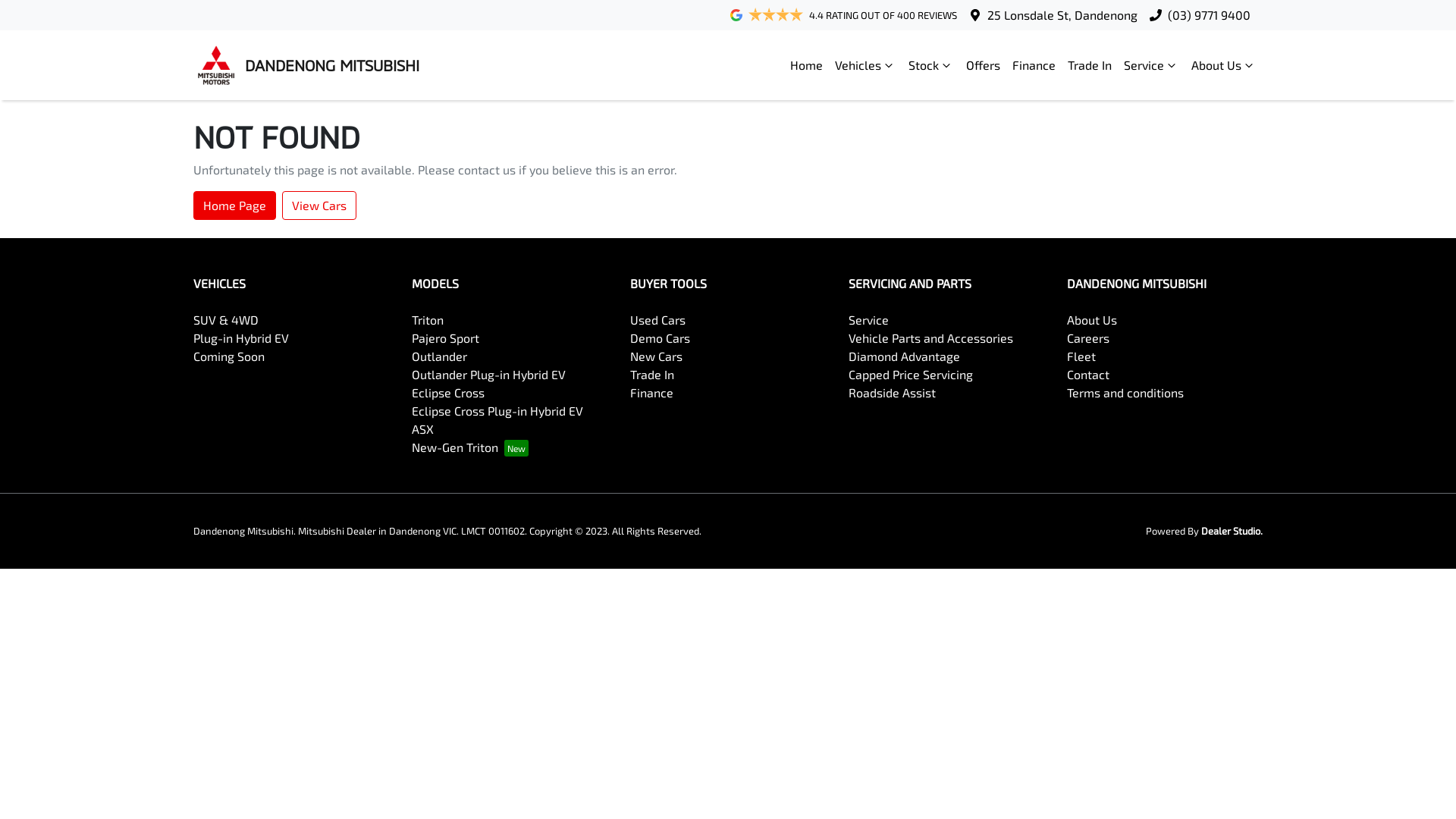 This screenshot has height=819, width=1456. Describe the element at coordinates (422, 428) in the screenshot. I see `'ASX'` at that location.